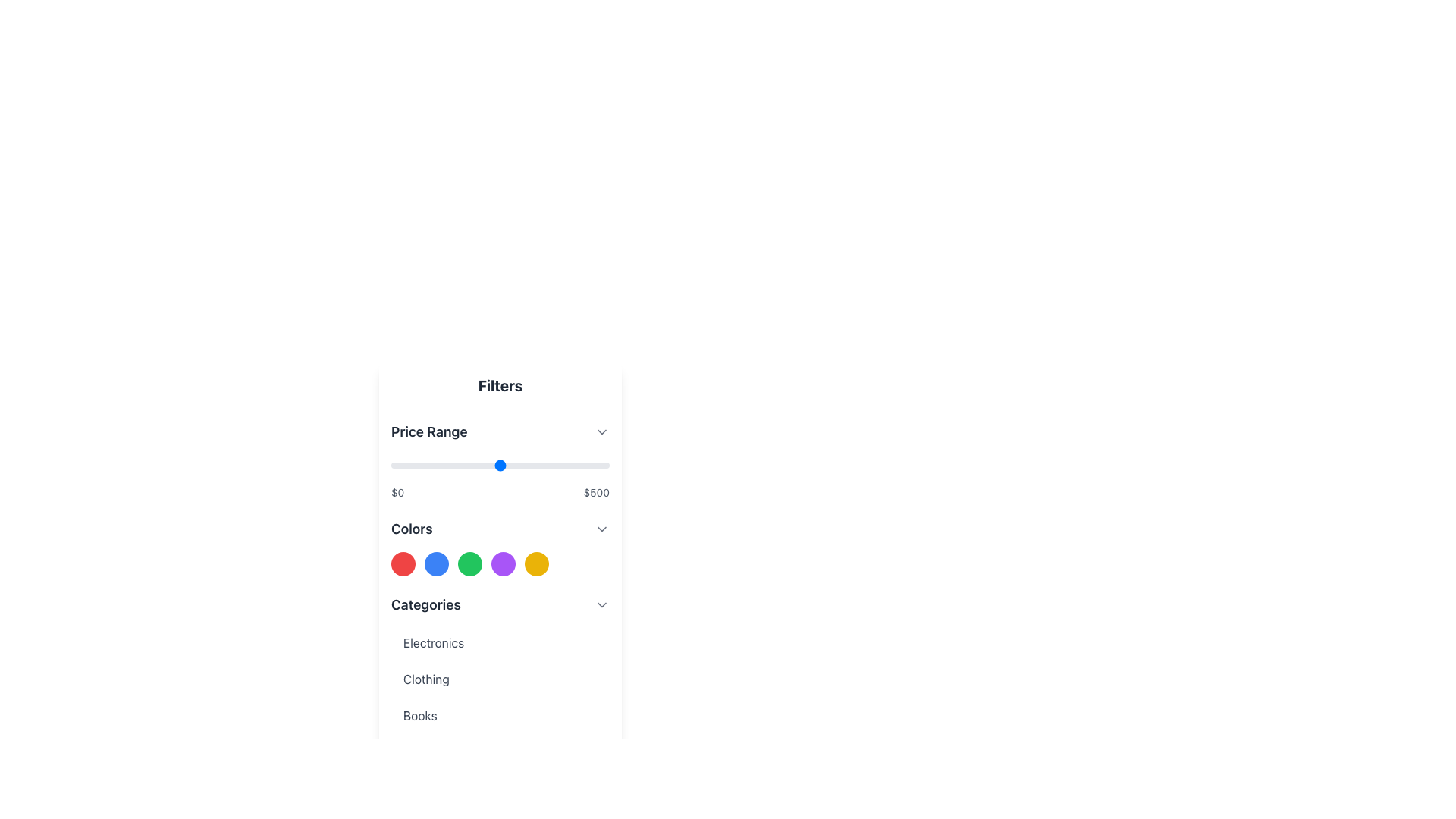  I want to click on the 'Books' button, which is the third item in the vertical list under the 'Categories' section, so click(500, 716).